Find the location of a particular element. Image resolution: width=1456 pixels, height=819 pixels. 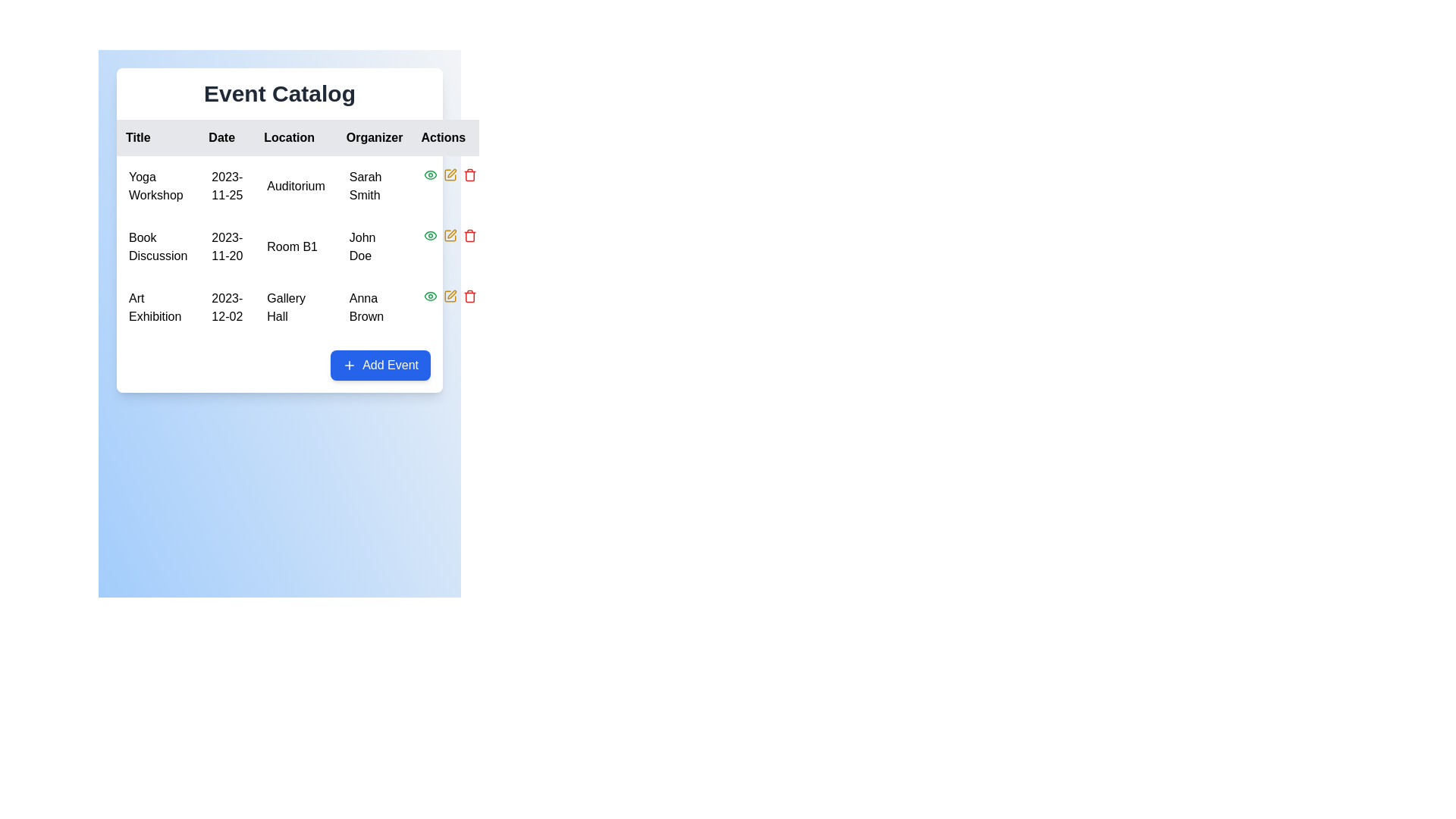

the edit icon in the Actions column for the first row of the Event Catalog is located at coordinates (450, 174).